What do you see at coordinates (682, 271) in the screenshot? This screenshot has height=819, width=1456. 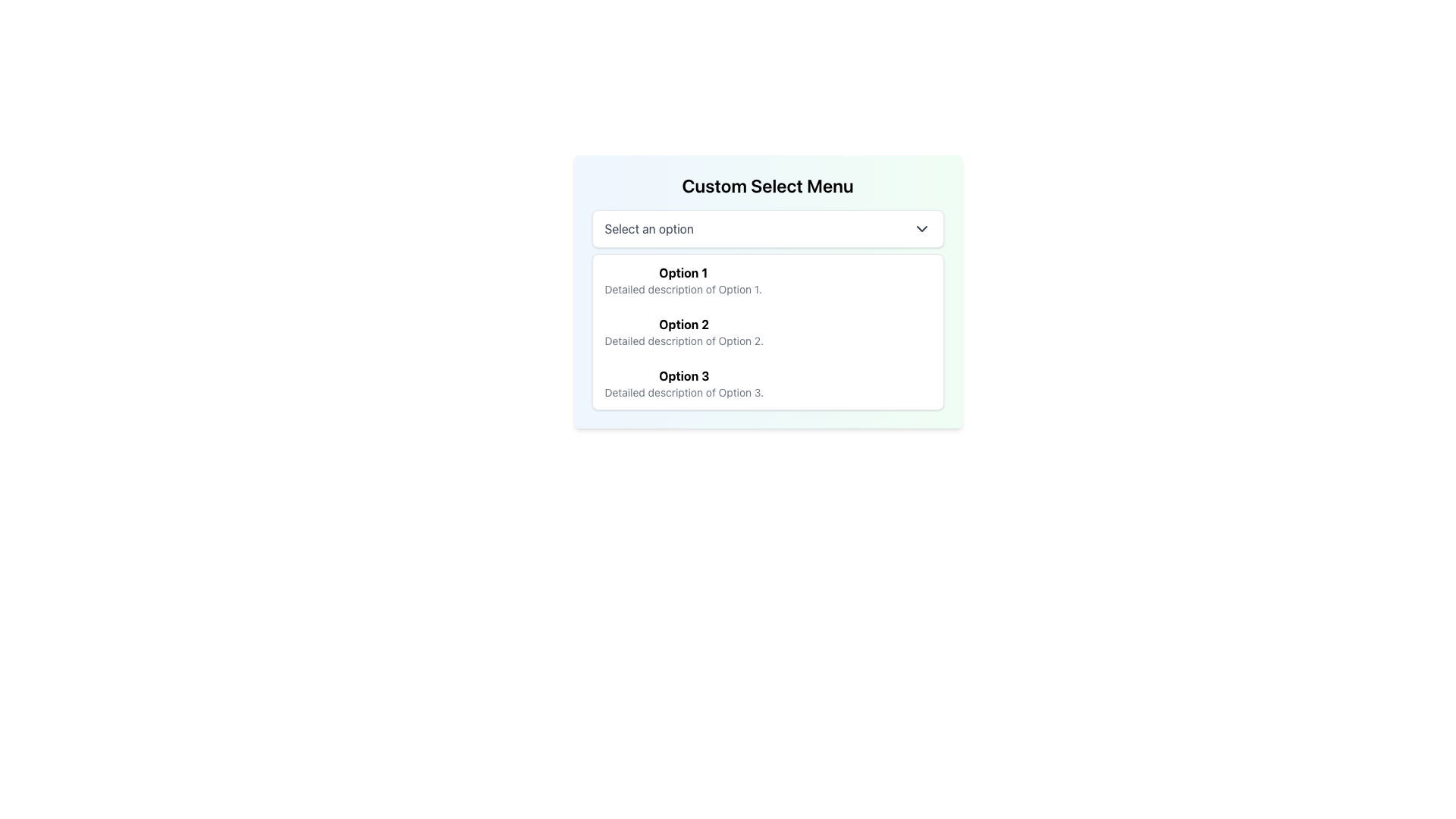 I see `the 'Option 1' text label, which is the first selectable option in the dropdown menu` at bounding box center [682, 271].